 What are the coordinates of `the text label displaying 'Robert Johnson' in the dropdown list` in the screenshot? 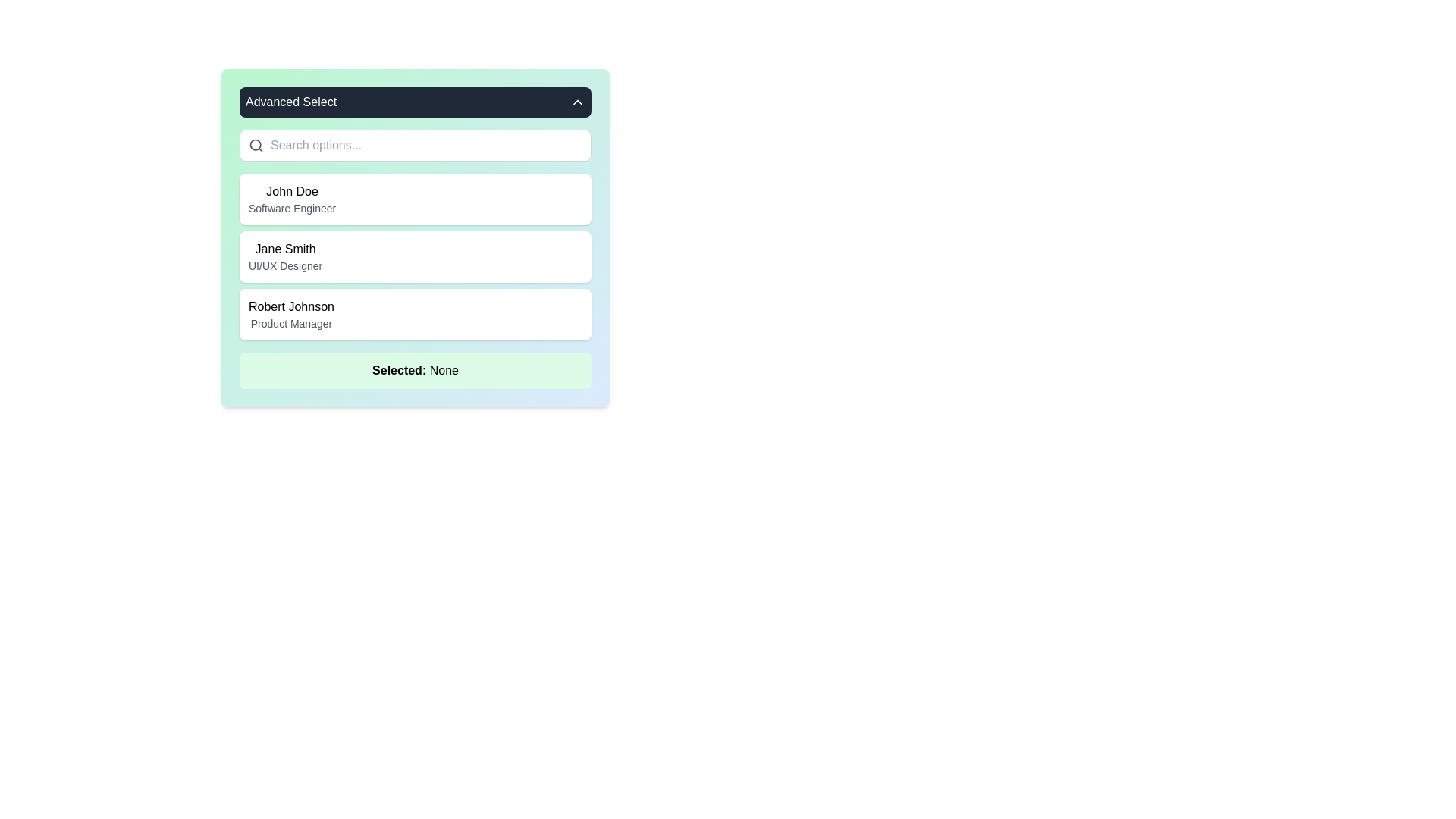 It's located at (291, 307).